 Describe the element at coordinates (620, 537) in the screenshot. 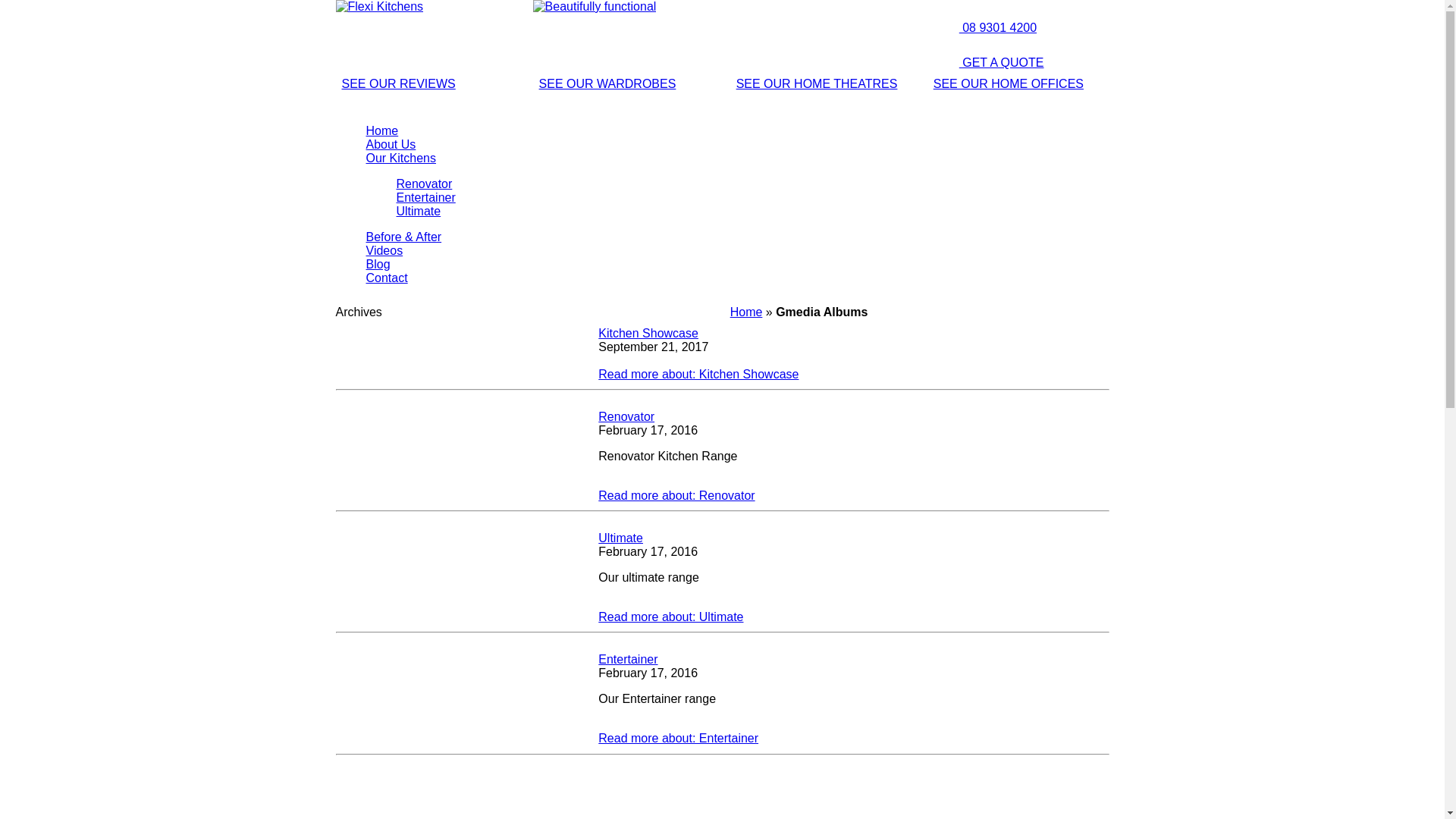

I see `'Ultimate'` at that location.